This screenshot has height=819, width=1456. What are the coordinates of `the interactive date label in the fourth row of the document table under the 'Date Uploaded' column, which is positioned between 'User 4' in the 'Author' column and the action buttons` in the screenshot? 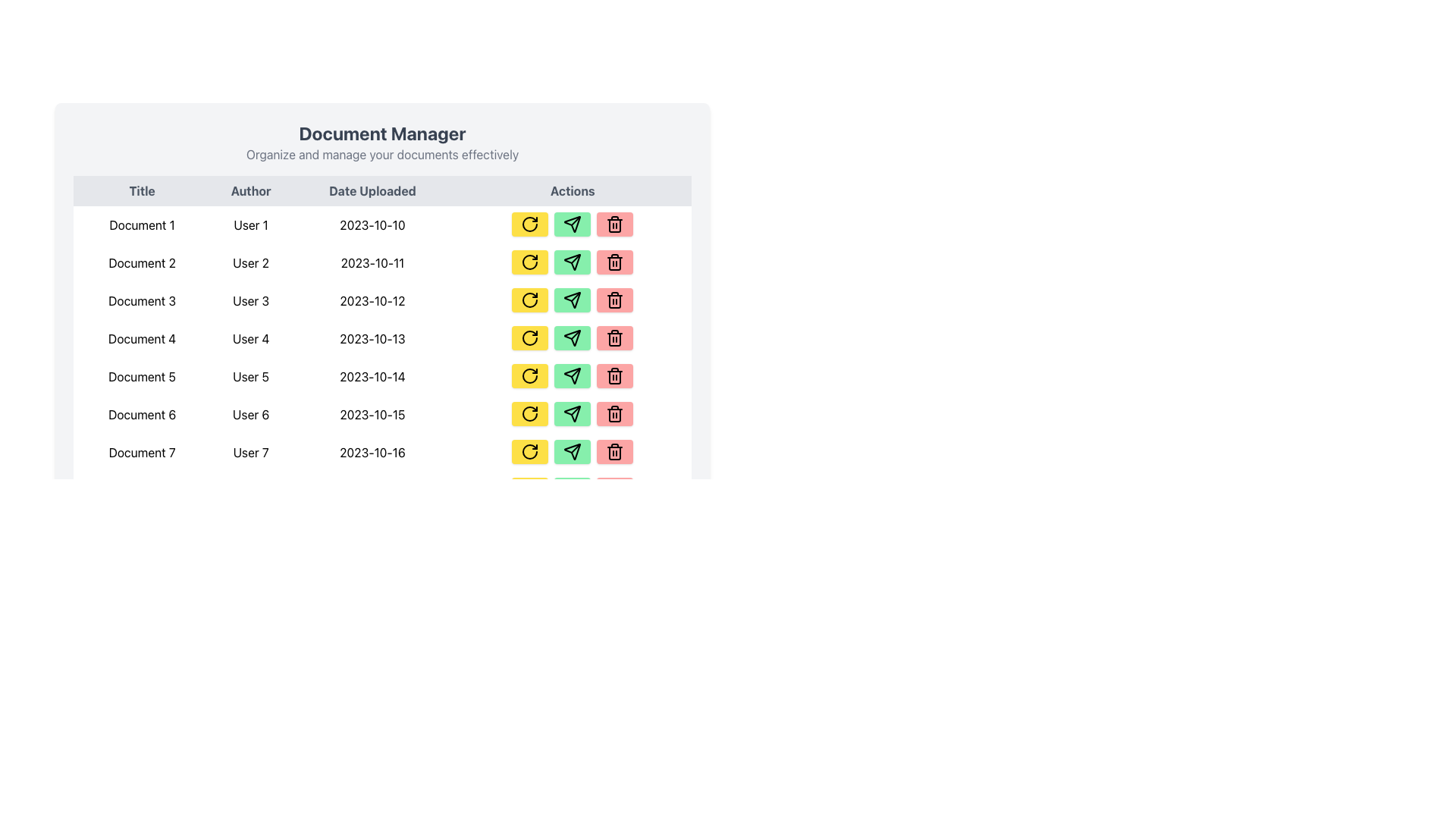 It's located at (372, 338).